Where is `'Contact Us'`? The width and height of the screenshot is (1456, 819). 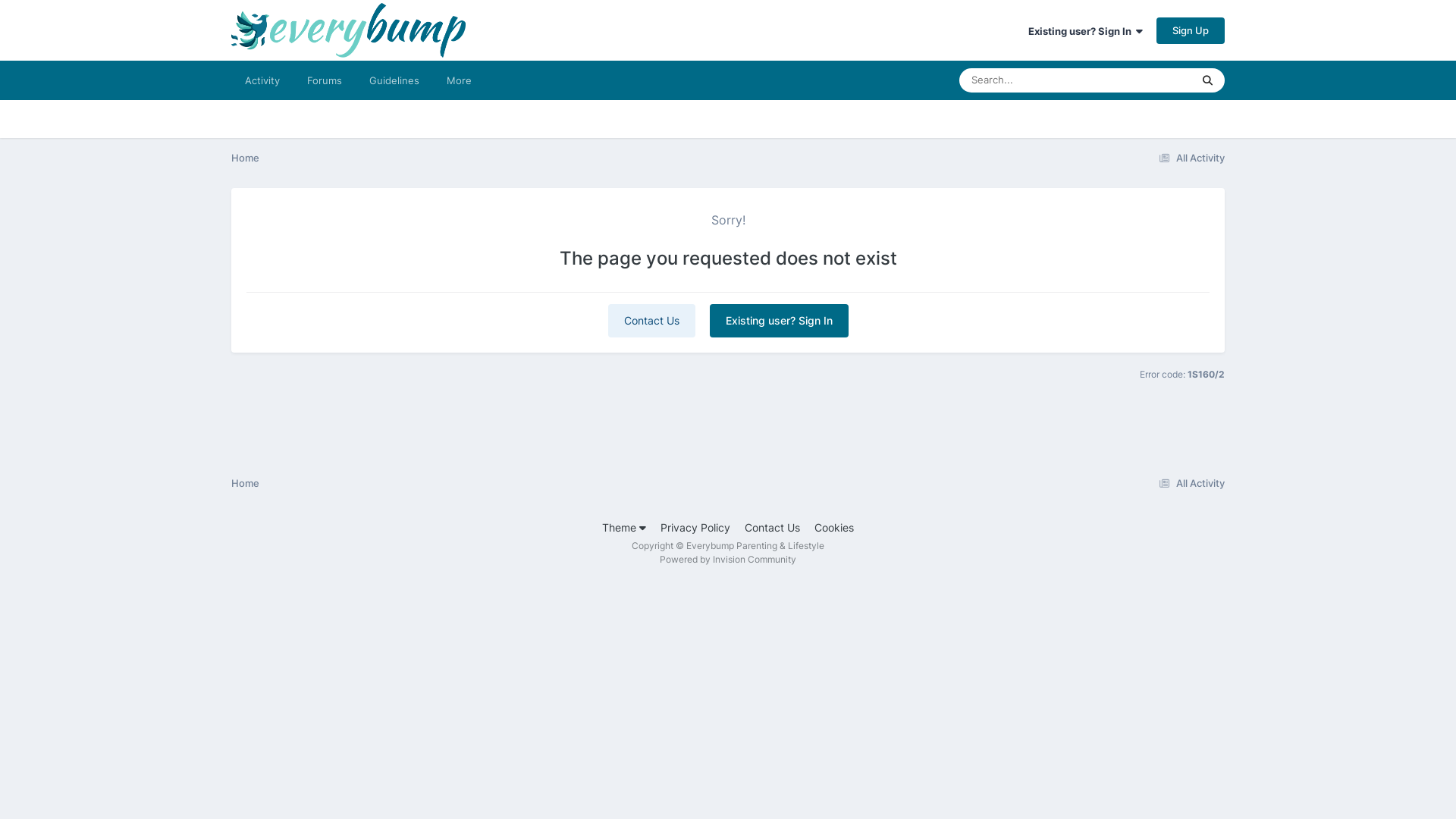
'Contact Us' is located at coordinates (651, 320).